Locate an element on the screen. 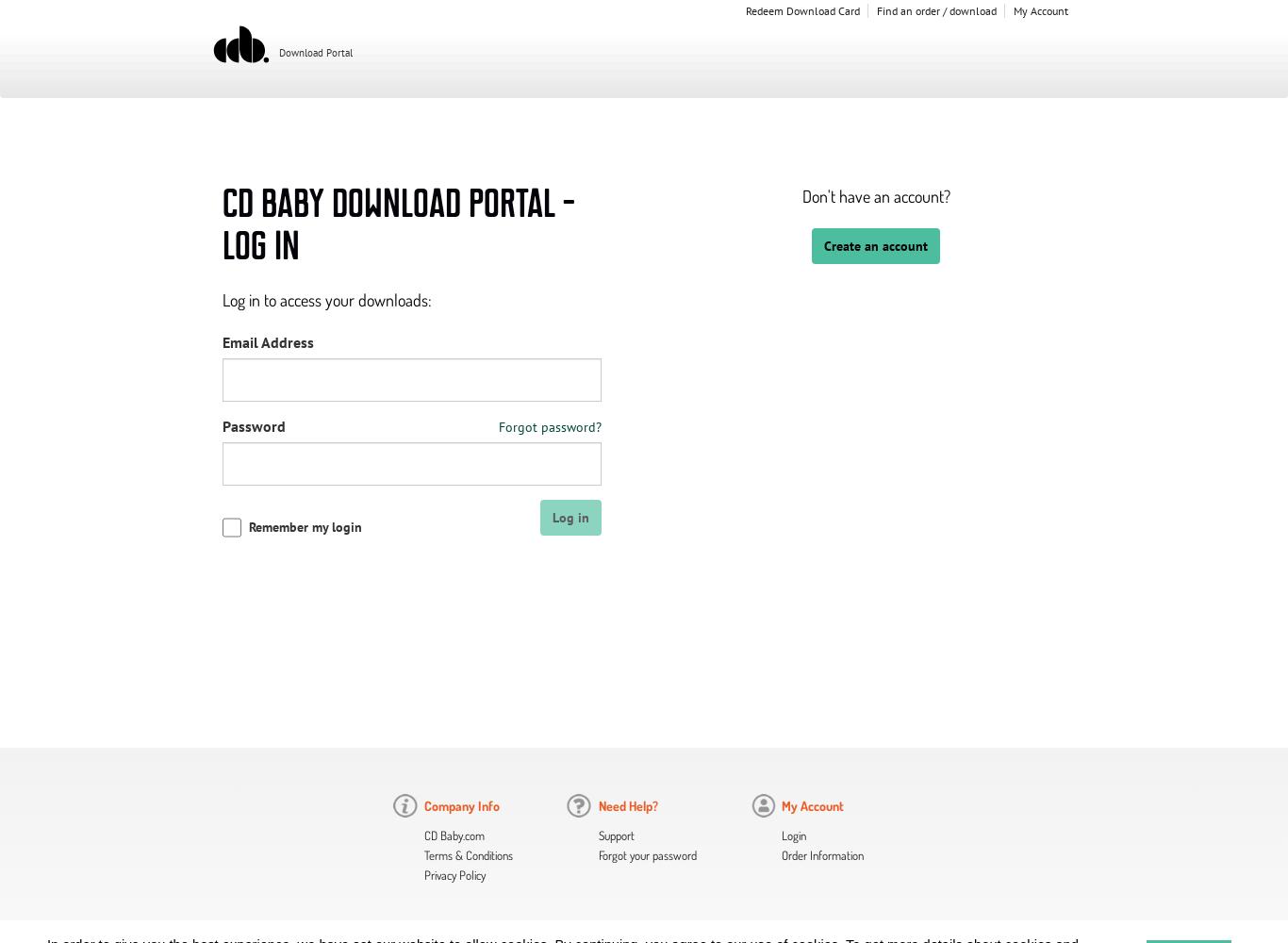 This screenshot has height=943, width=1288. 'Company Info' is located at coordinates (461, 804).